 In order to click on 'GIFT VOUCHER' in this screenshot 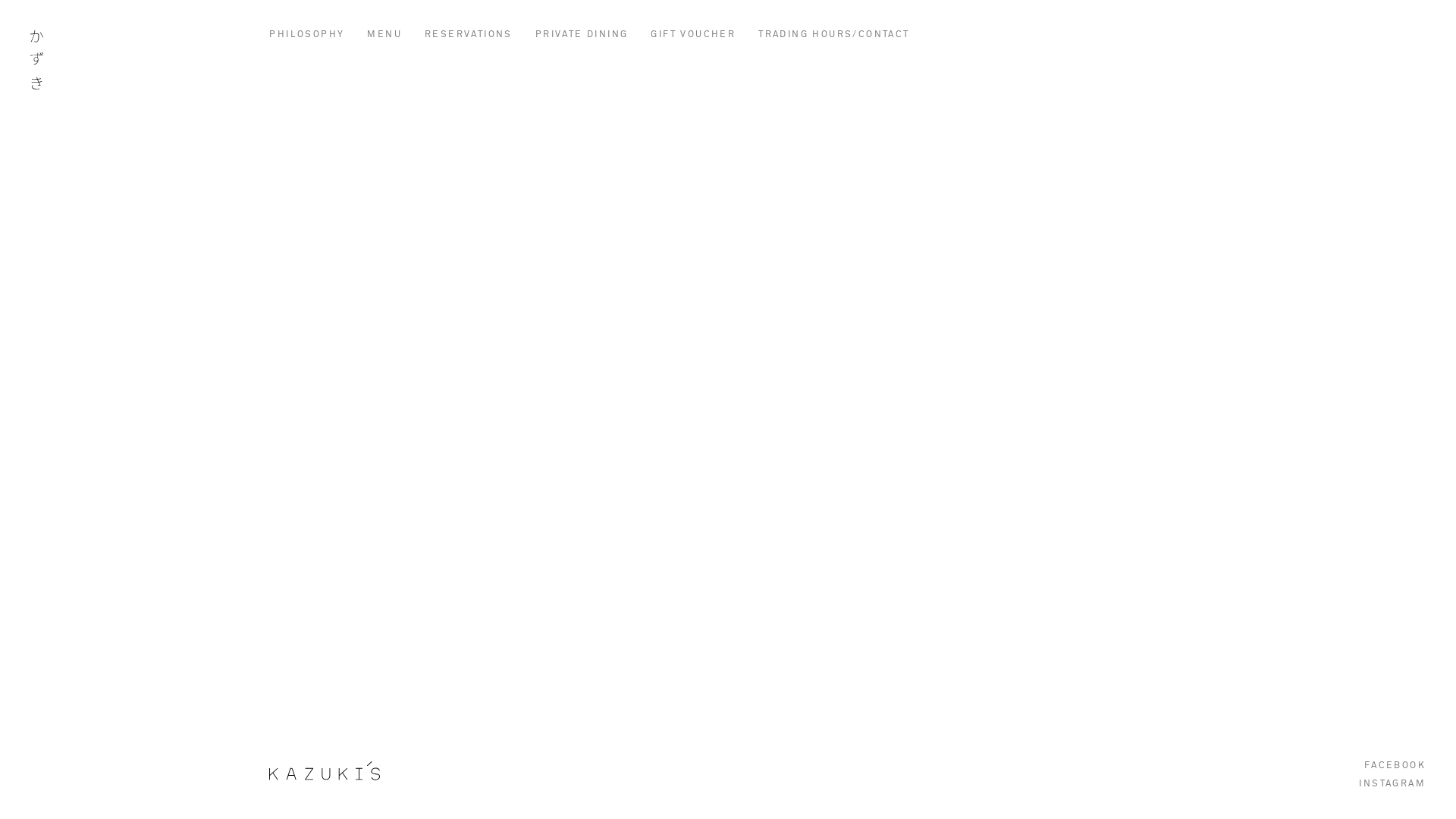, I will do `click(692, 34)`.